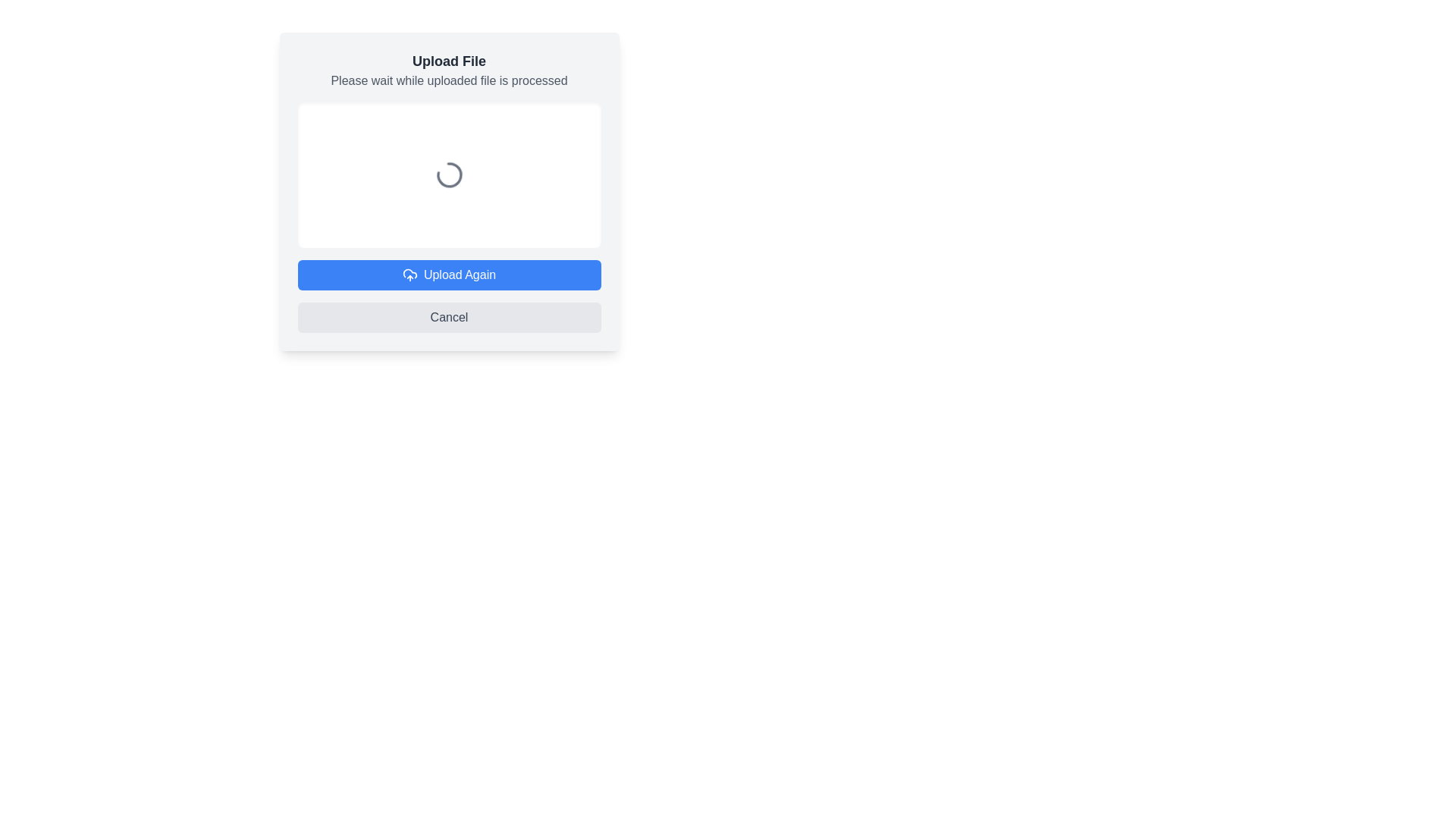 This screenshot has width=1456, height=819. Describe the element at coordinates (448, 275) in the screenshot. I see `the upload button located above the 'Cancel' button` at that location.